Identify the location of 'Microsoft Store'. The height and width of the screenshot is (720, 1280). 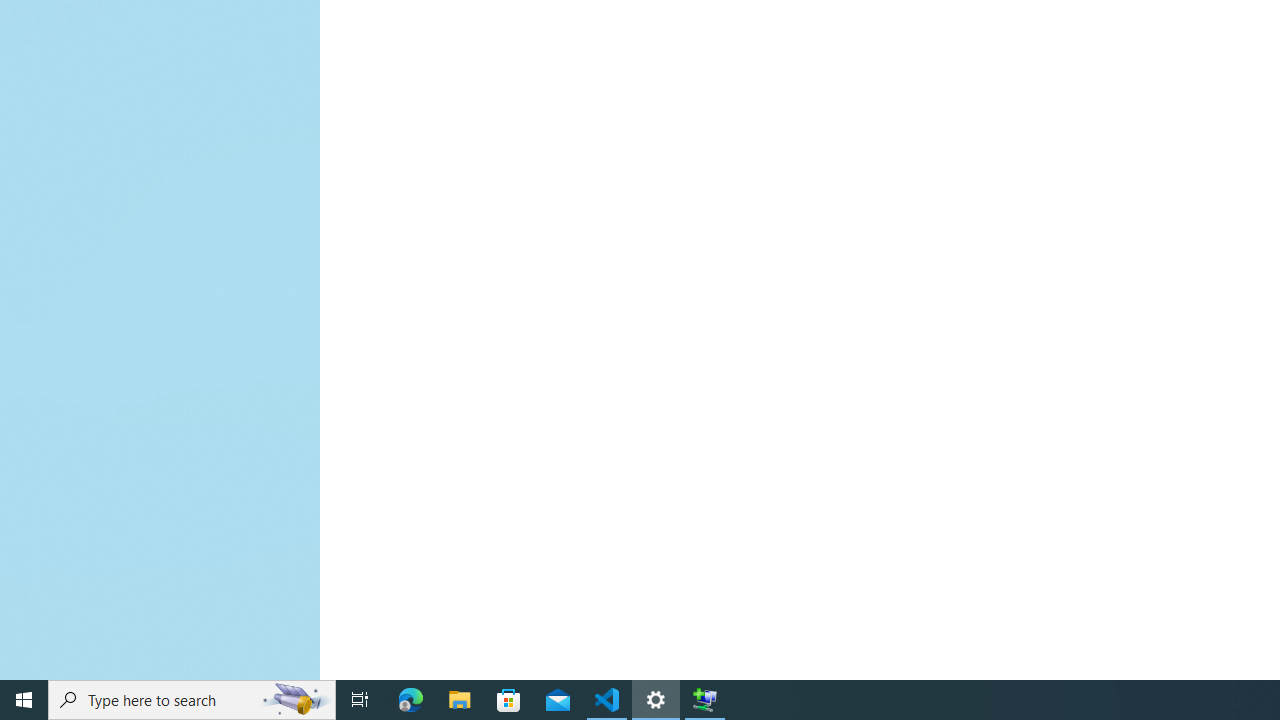
(509, 698).